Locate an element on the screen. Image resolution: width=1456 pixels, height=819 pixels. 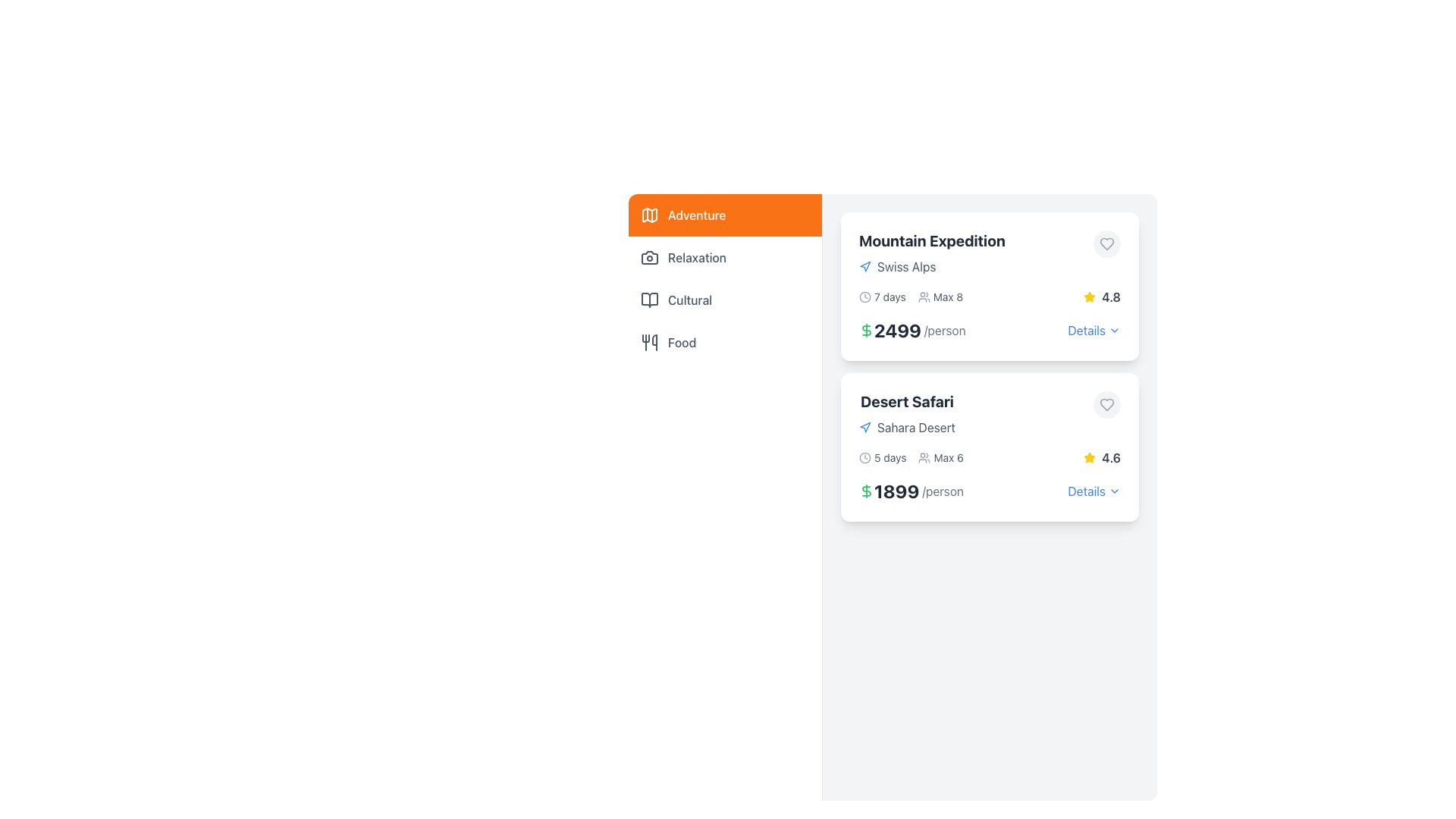
the static text label indicating the duration of the trip described in the 'Desert Safari' card, located below the header and adjacent to the group size and rating details is located at coordinates (890, 457).